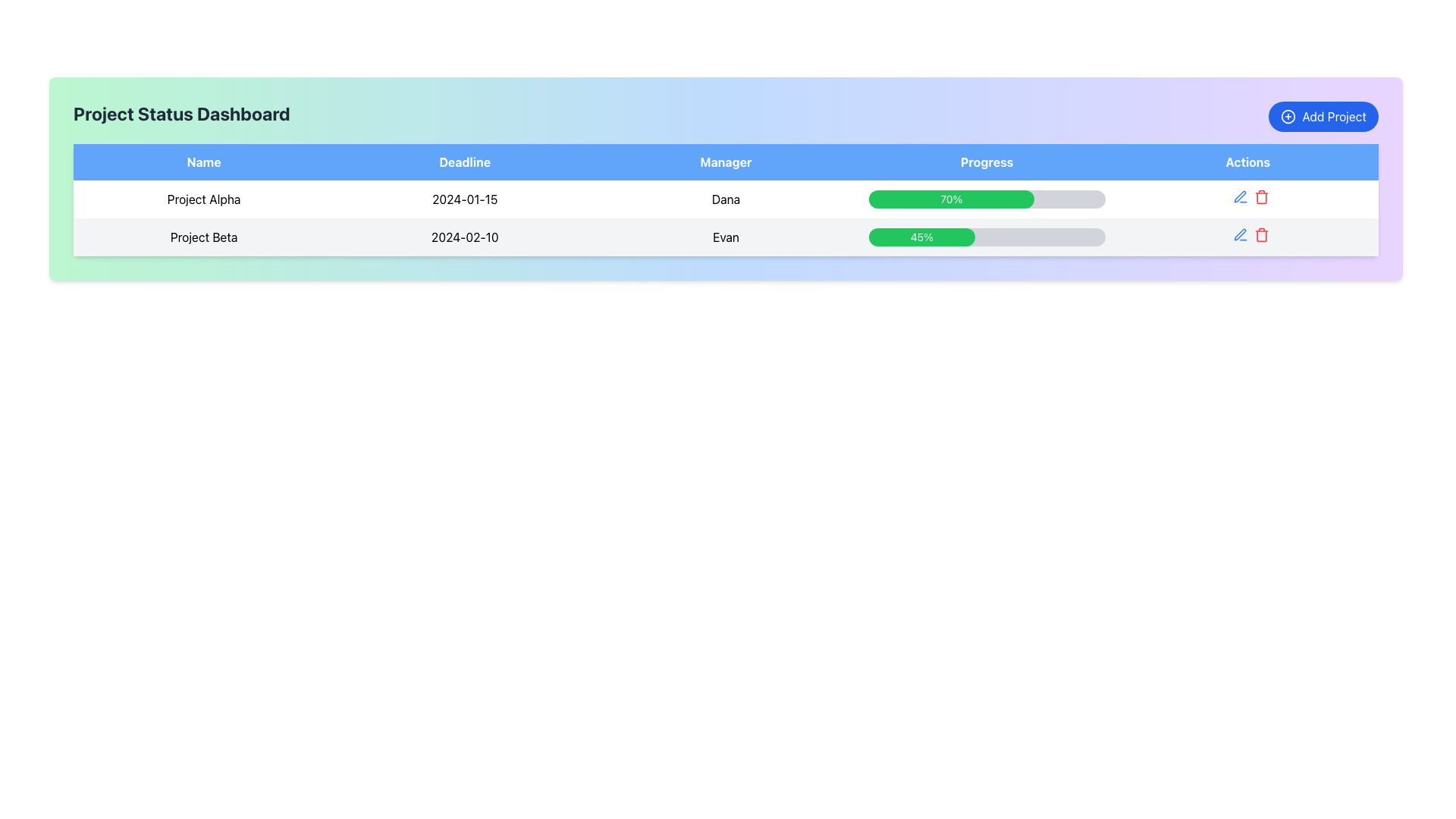 This screenshot has height=819, width=1456. Describe the element at coordinates (1261, 234) in the screenshot. I see `the red-colored trash bin icon in the 'Actions' column of the second table row` at that location.